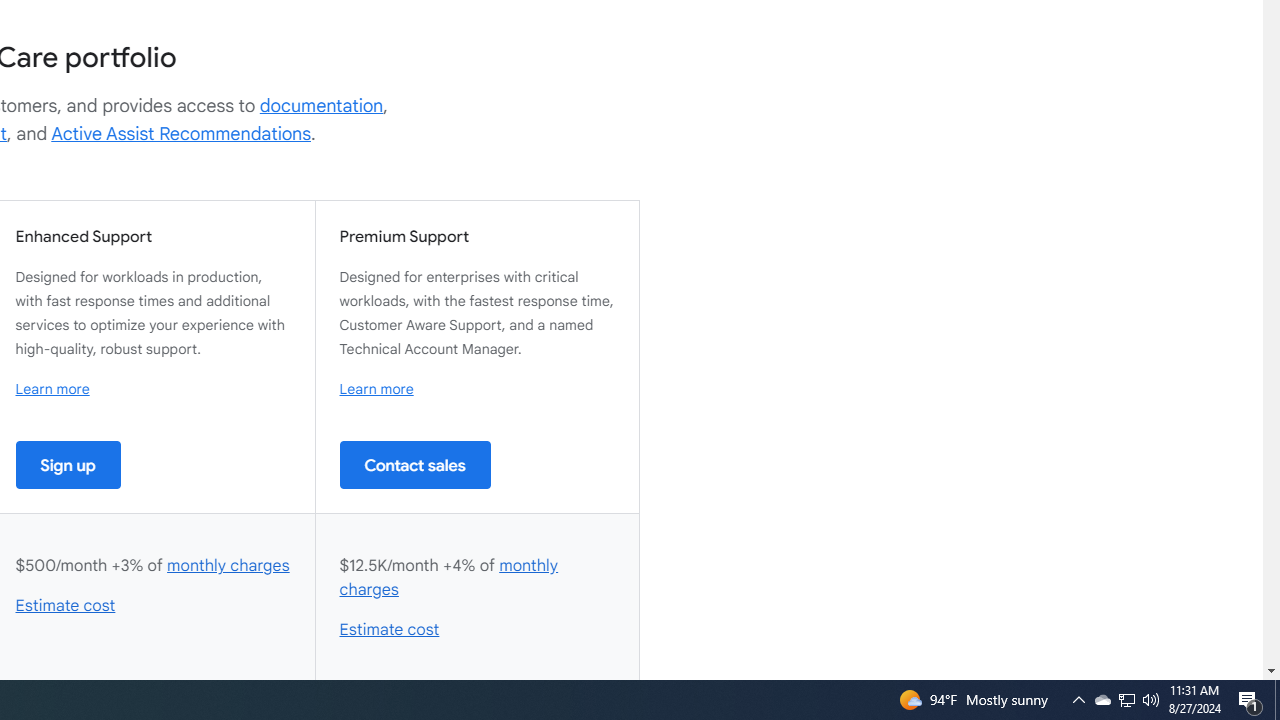 The width and height of the screenshot is (1280, 720). What do you see at coordinates (414, 464) in the screenshot?
I see `'Contact sales'` at bounding box center [414, 464].